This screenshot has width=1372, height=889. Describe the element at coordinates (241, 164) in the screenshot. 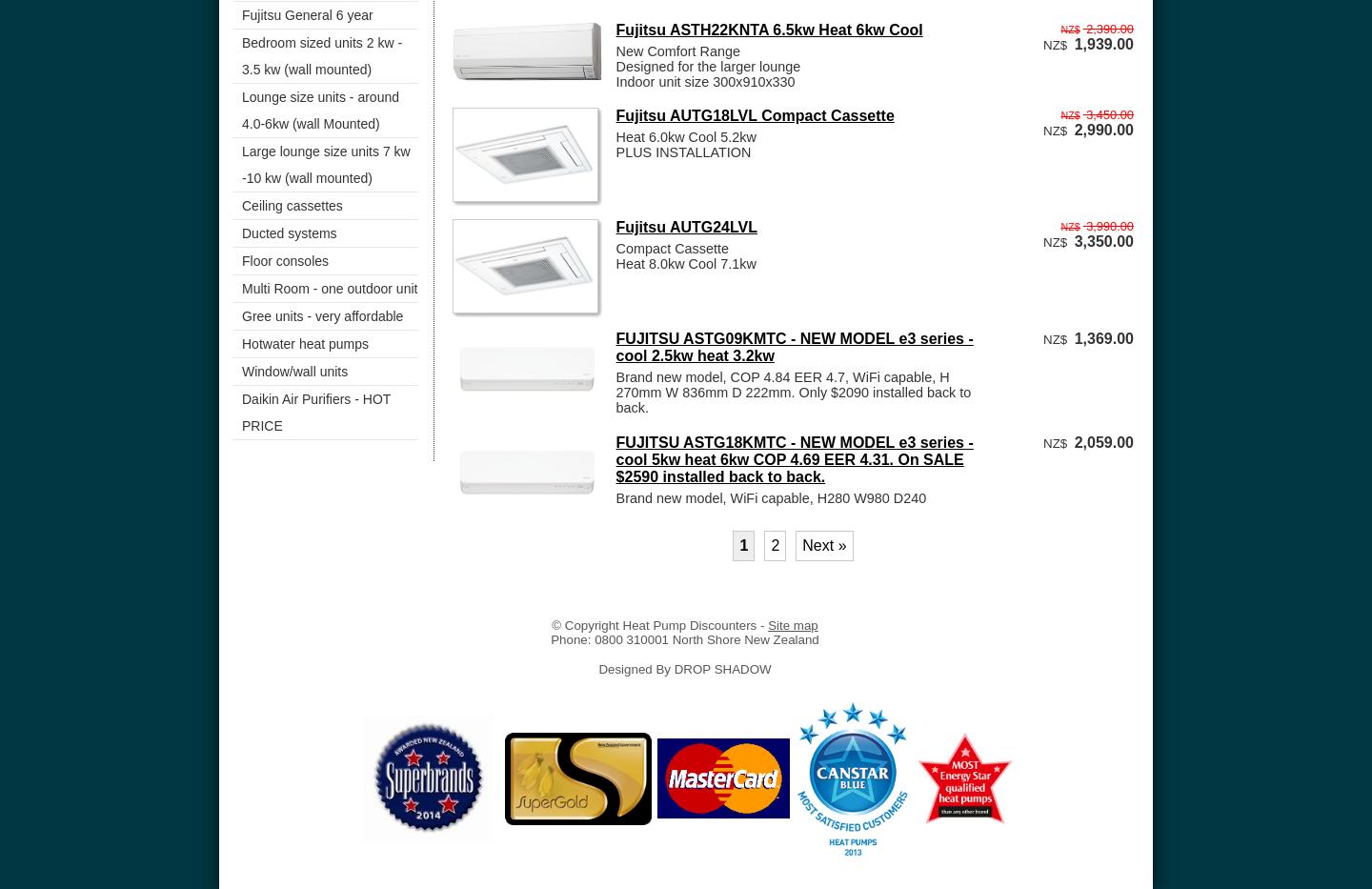

I see `'Large lounge size units 7 kw -10 kw      (wall mounted)'` at that location.